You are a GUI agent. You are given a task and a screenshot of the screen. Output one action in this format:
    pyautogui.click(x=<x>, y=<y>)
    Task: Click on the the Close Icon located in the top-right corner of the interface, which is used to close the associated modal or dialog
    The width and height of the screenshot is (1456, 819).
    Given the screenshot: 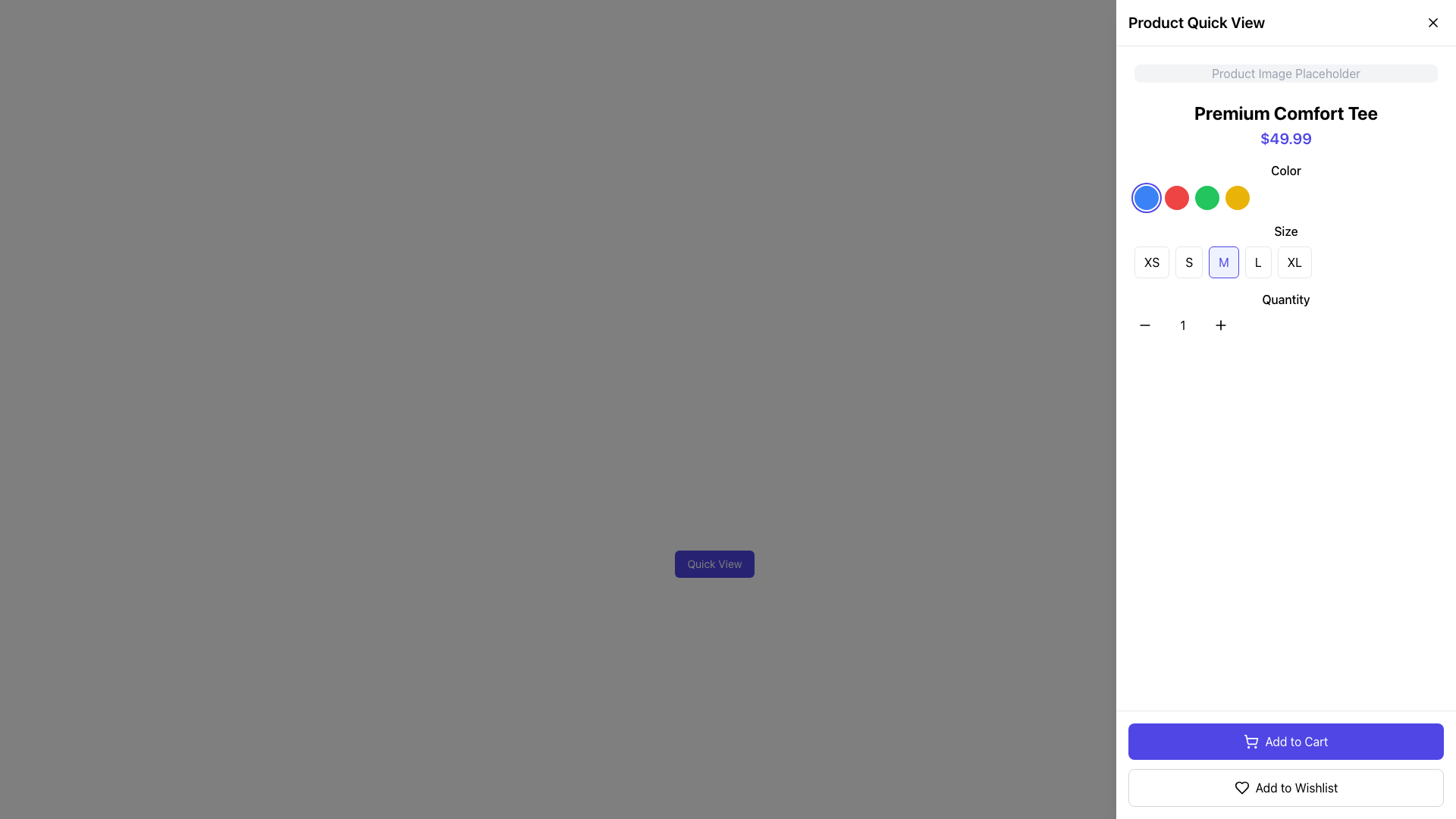 What is the action you would take?
    pyautogui.click(x=1432, y=23)
    